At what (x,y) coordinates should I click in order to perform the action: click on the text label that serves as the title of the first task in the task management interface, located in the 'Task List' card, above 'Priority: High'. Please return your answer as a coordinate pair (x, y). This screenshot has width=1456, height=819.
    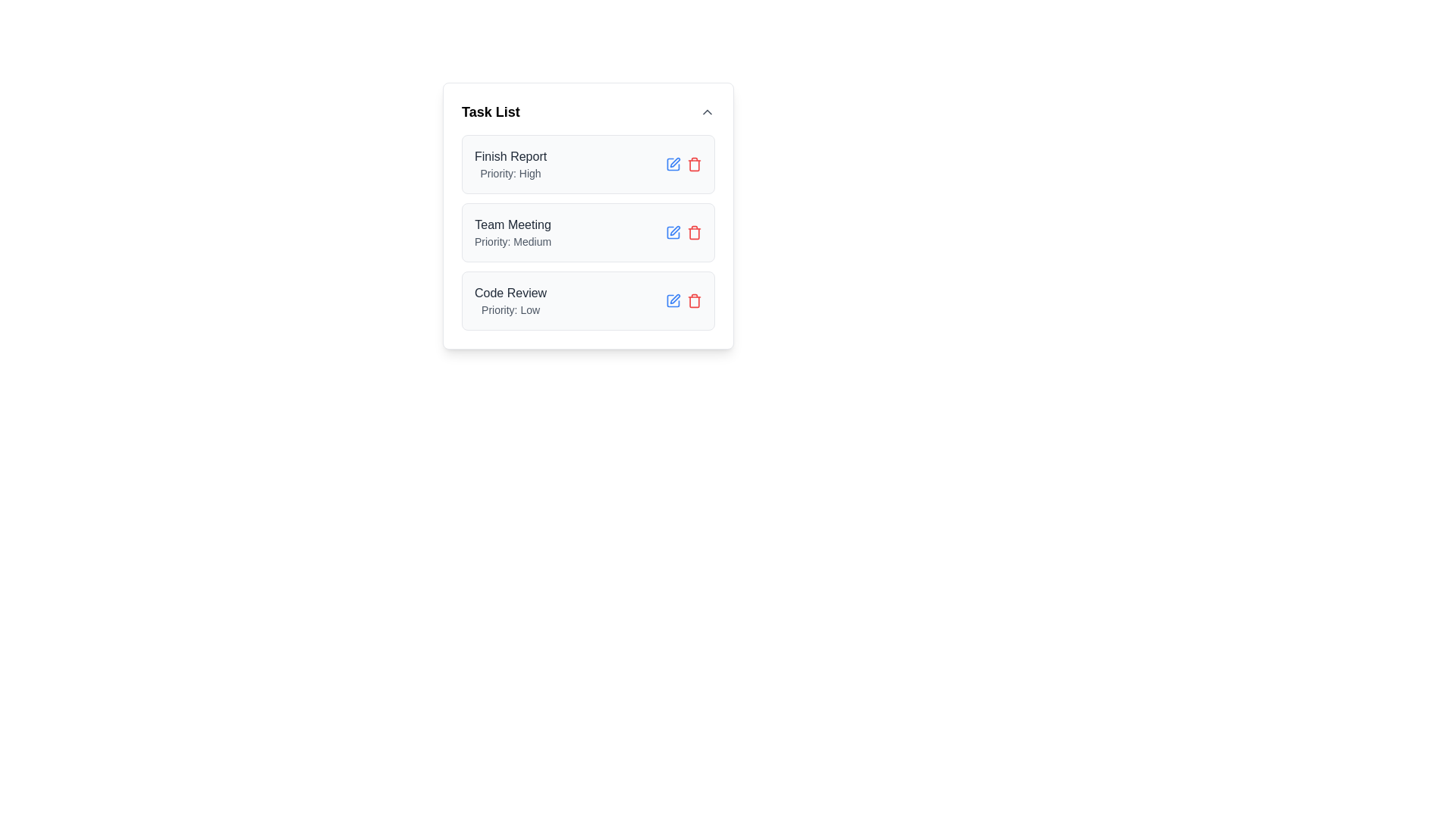
    Looking at the image, I should click on (510, 157).